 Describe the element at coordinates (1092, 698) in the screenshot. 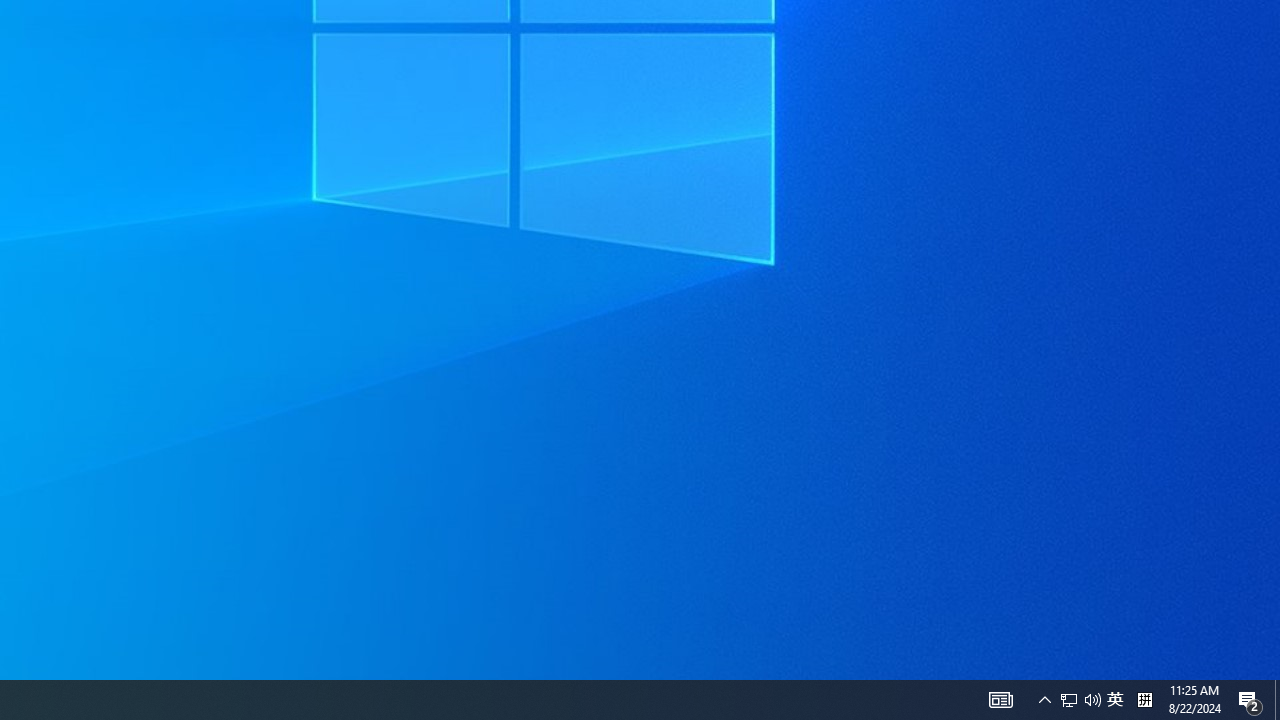

I see `'Tray Input Indicator - Chinese (Simplified, China)'` at that location.